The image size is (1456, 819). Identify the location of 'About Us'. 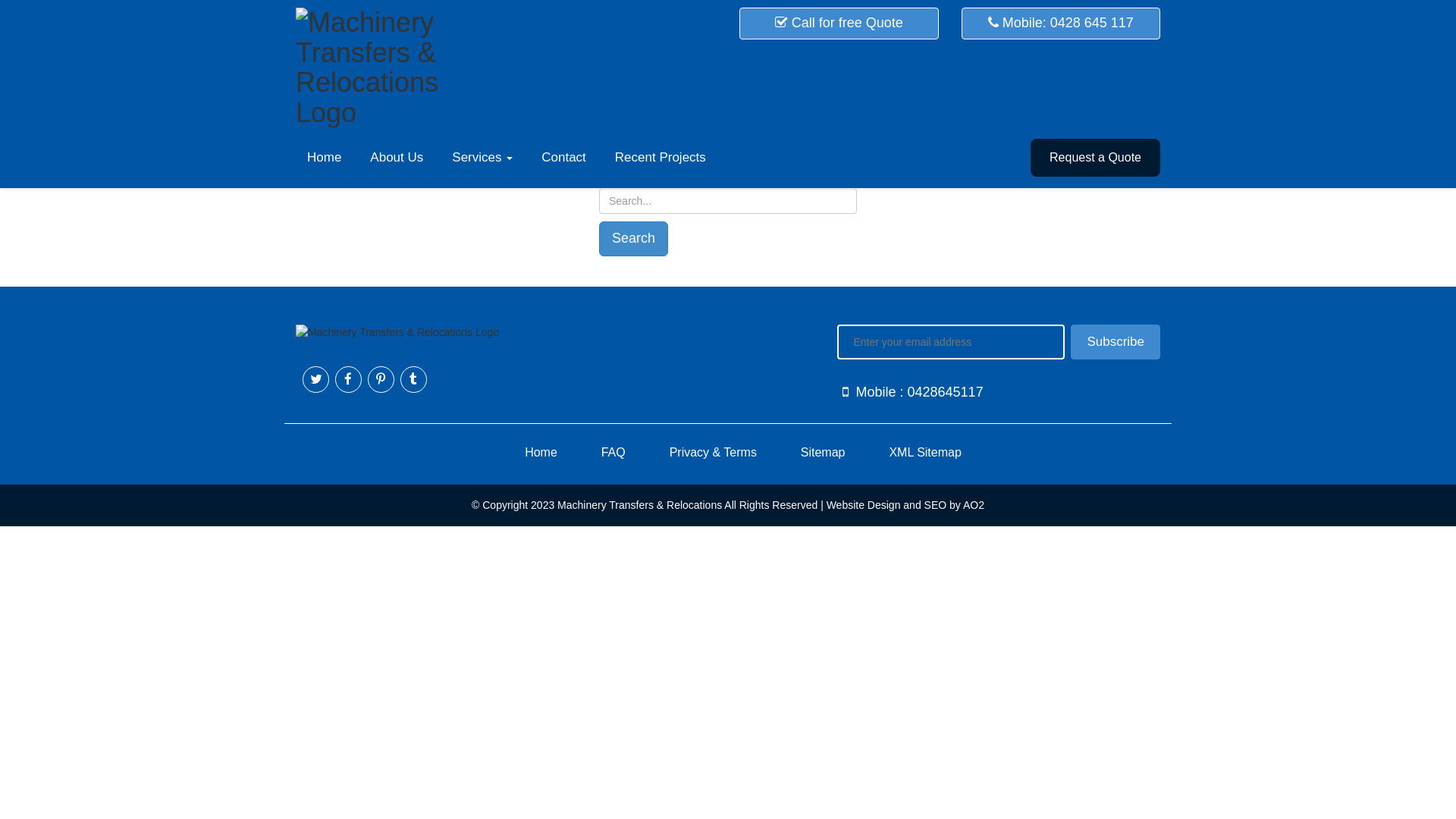
(358, 158).